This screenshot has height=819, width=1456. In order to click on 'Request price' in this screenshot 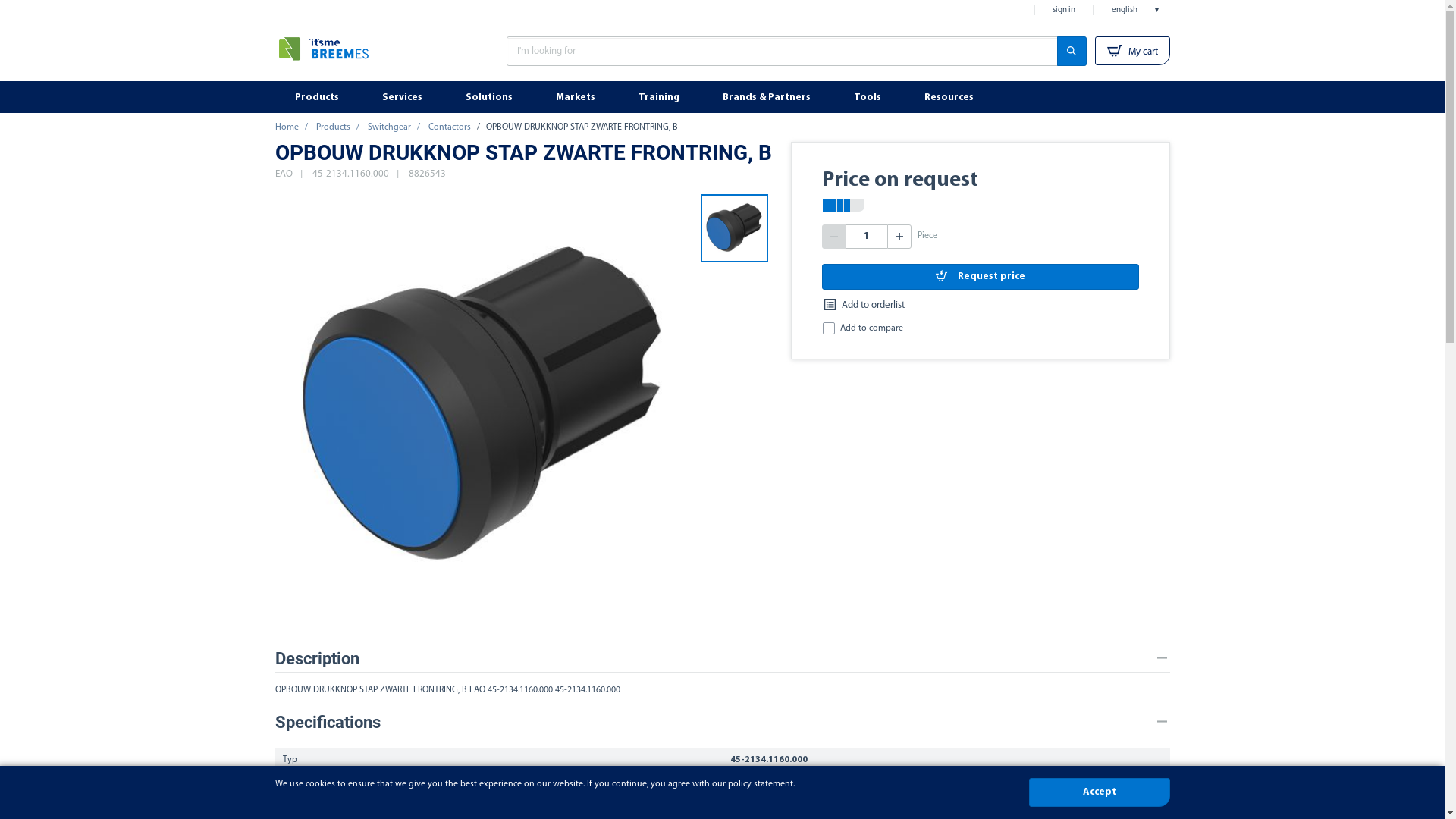, I will do `click(980, 276)`.